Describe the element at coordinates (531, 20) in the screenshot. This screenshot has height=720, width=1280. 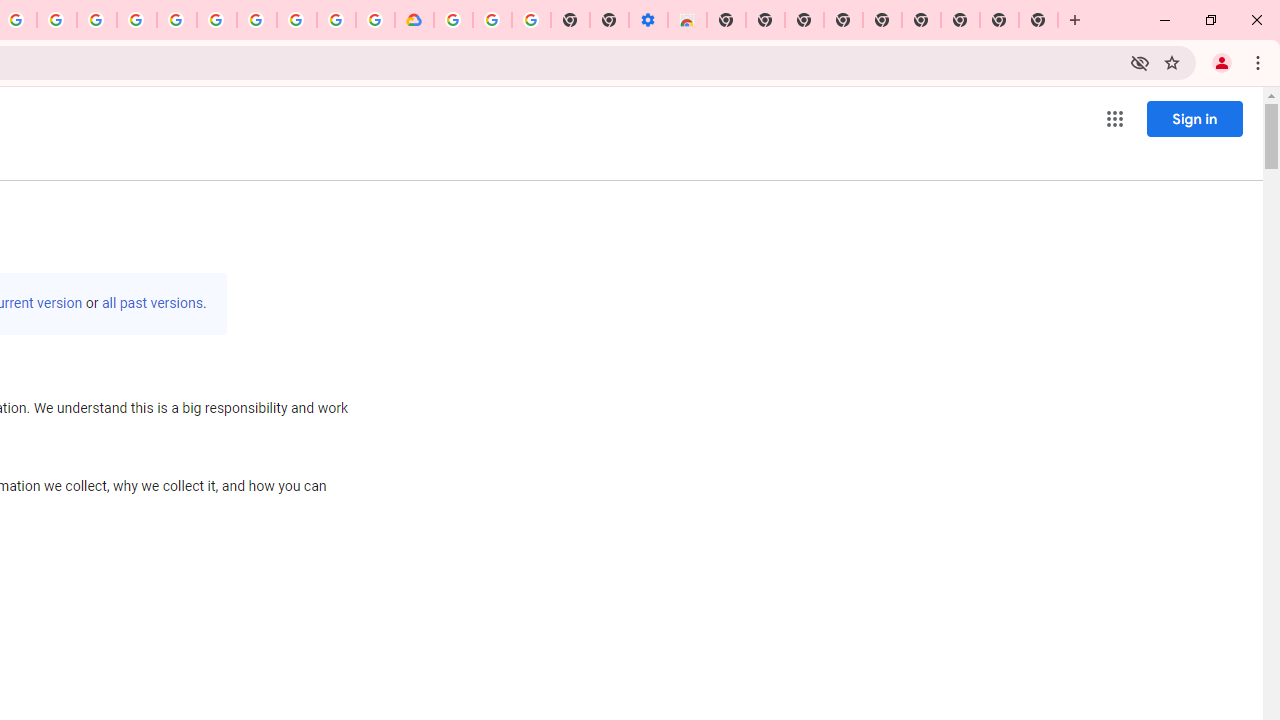
I see `'Turn cookies on or off - Computer - Google Account Help'` at that location.